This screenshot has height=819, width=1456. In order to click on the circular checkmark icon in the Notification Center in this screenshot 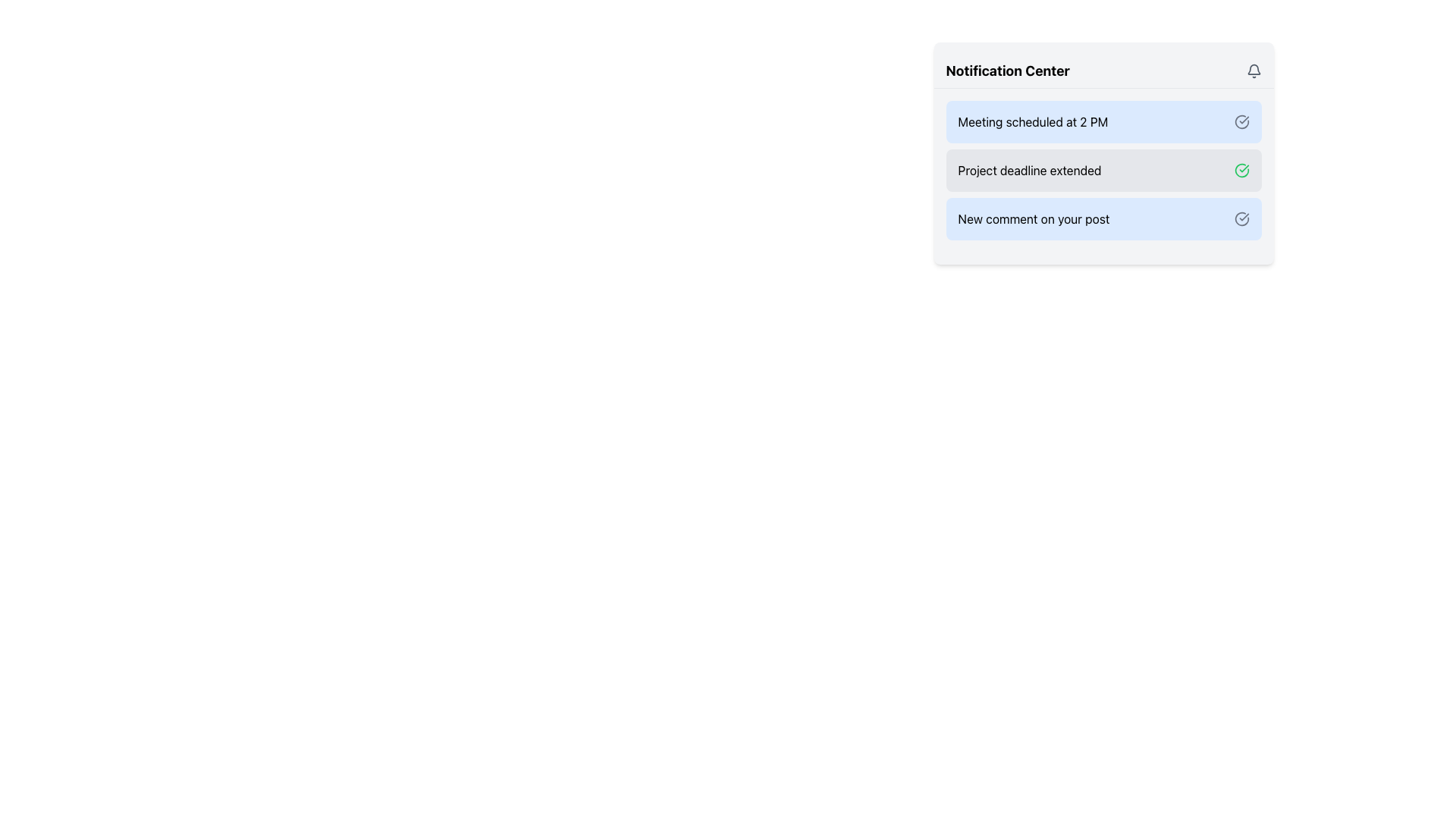, I will do `click(1241, 121)`.